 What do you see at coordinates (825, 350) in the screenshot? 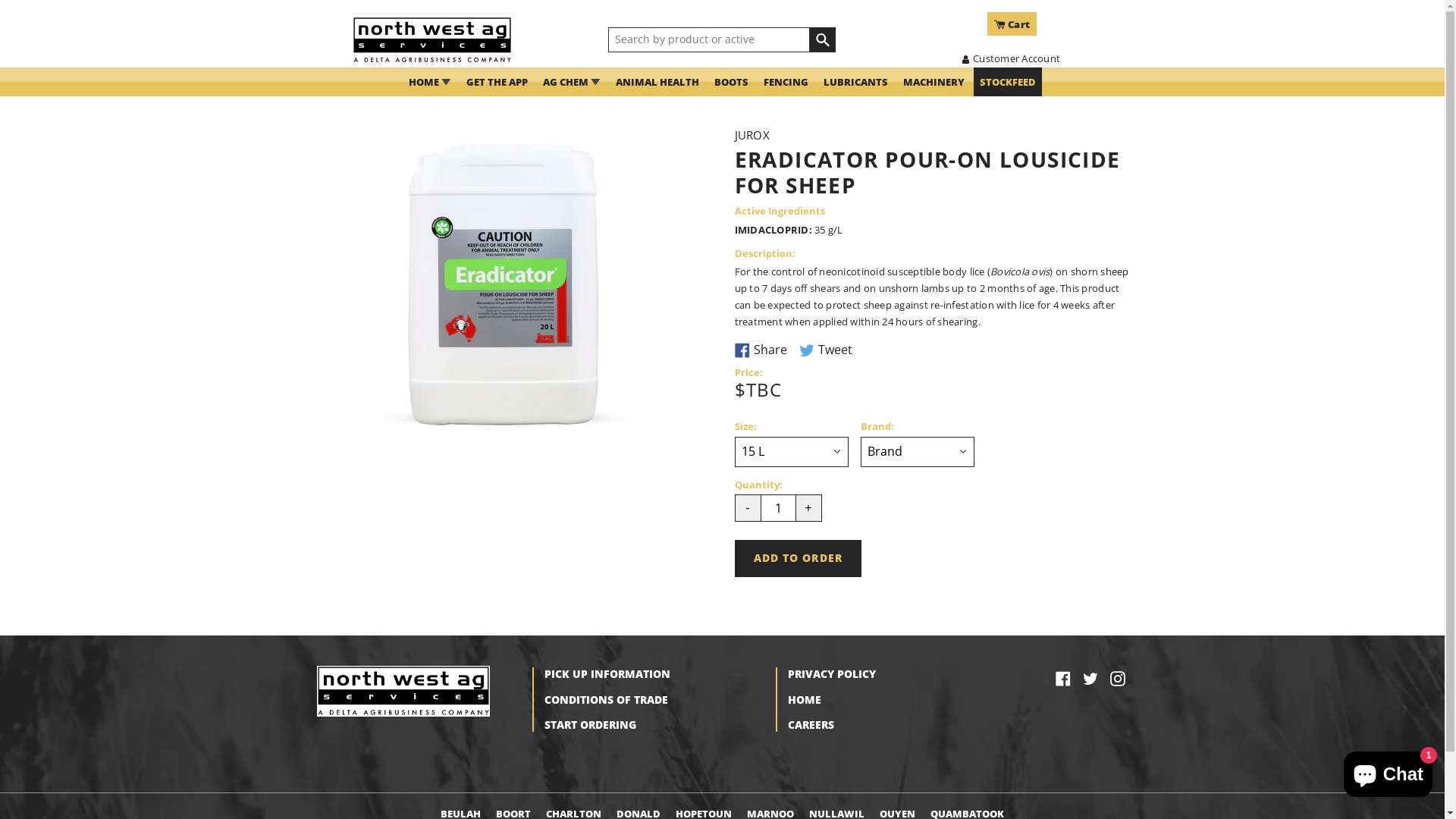
I see `'Tweet` at bounding box center [825, 350].